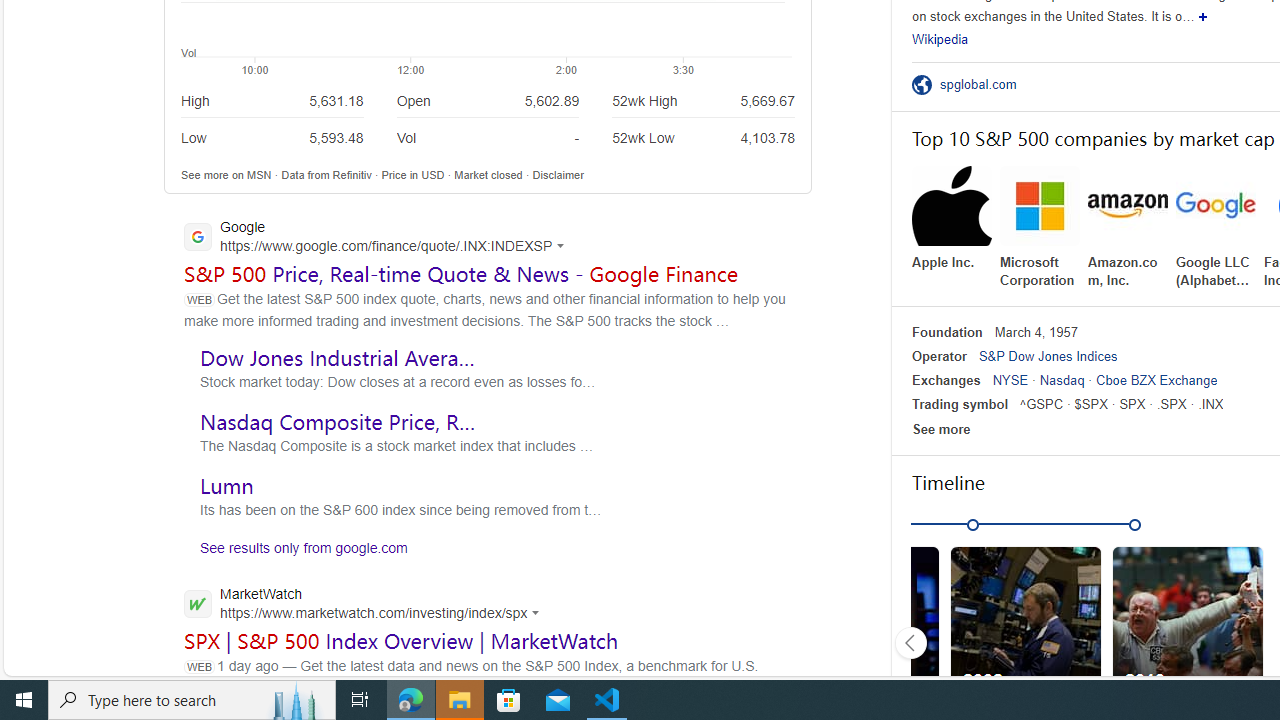 This screenshot has height=720, width=1280. I want to click on 'Trading symbol', so click(960, 404).